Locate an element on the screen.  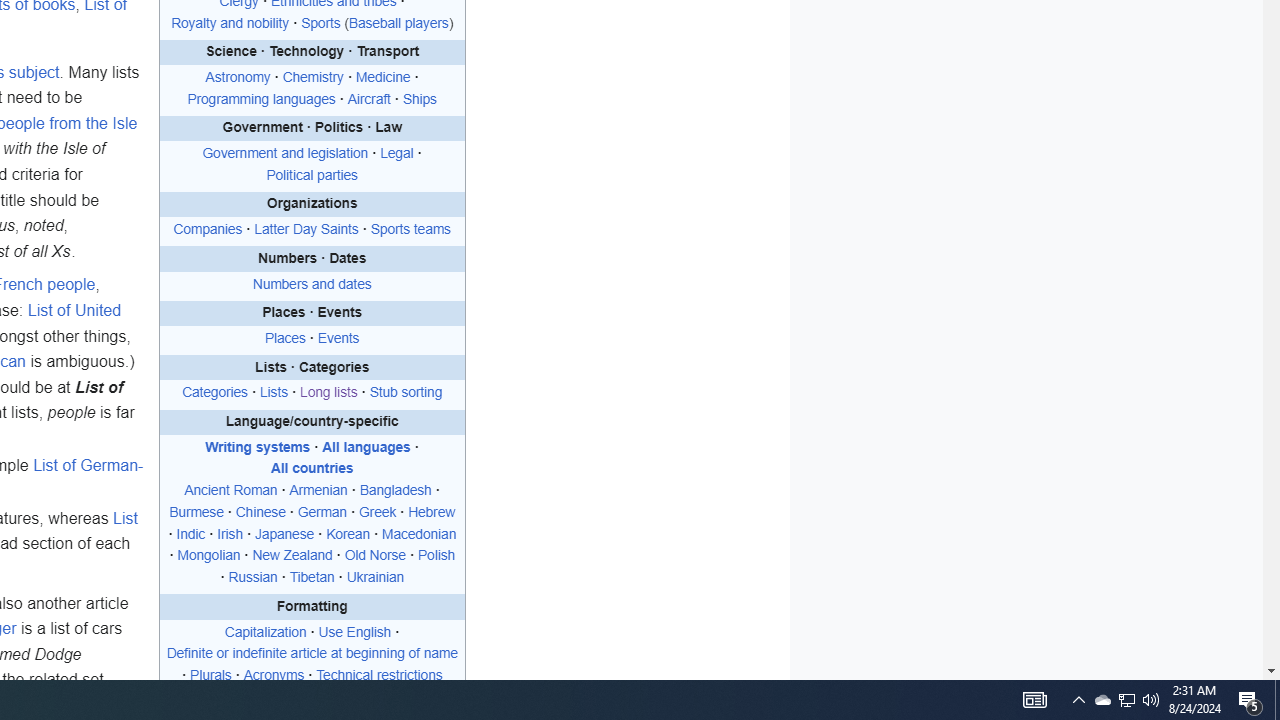
'Legal' is located at coordinates (396, 153).